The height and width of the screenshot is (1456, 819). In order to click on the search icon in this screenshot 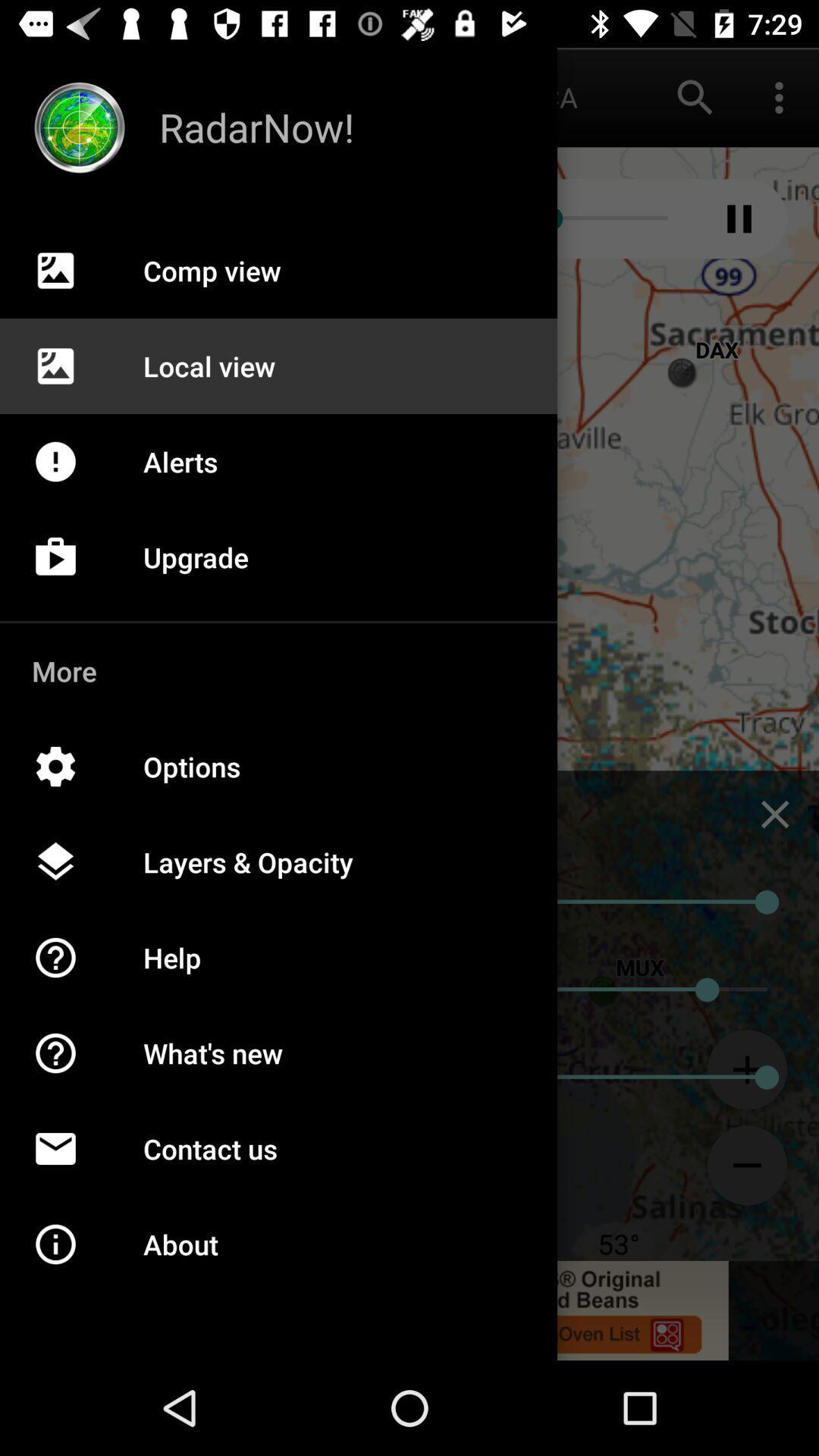, I will do `click(695, 96)`.